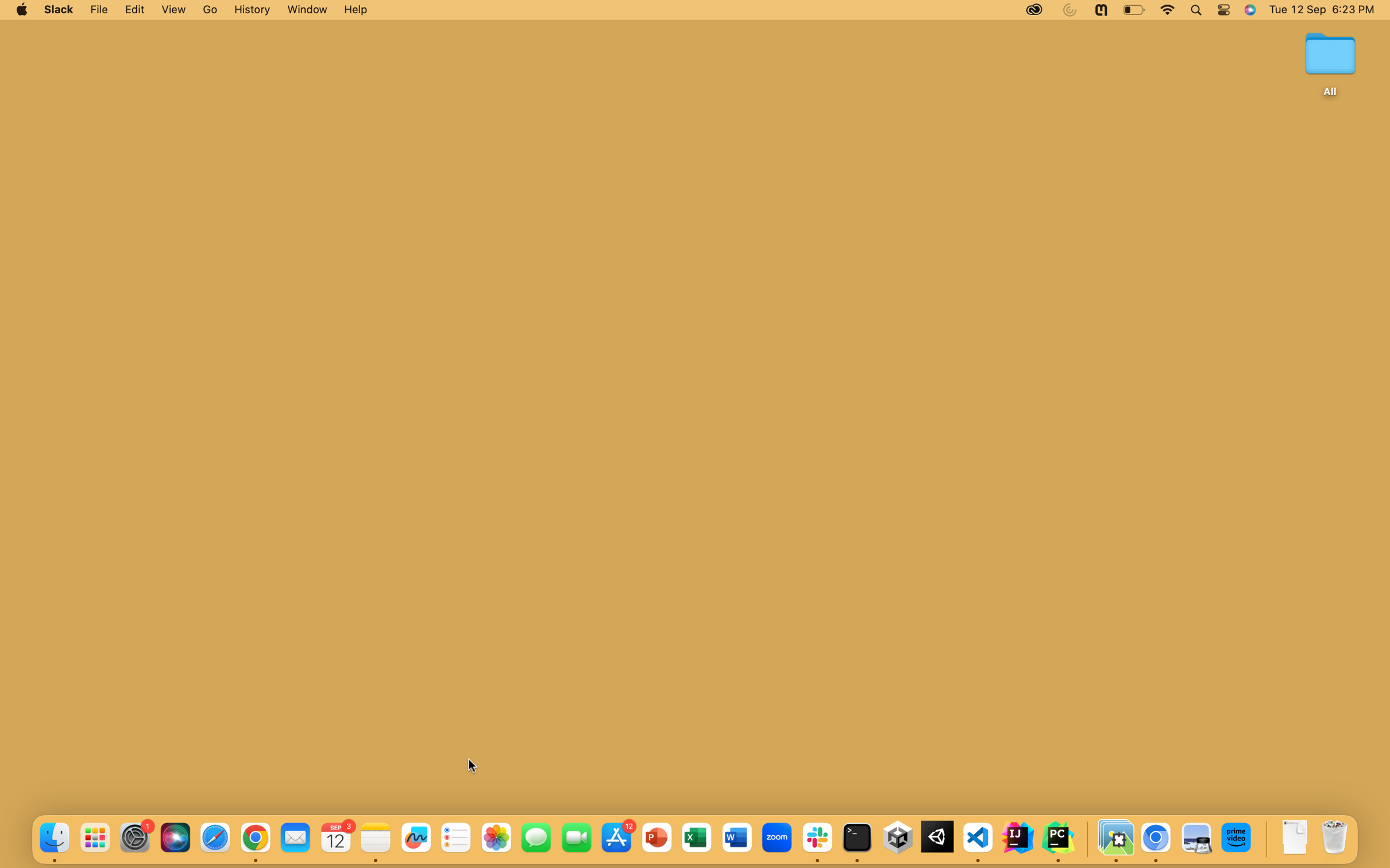 This screenshot has height=868, width=1390. I want to click on the Window Options on screen, so click(305, 10).